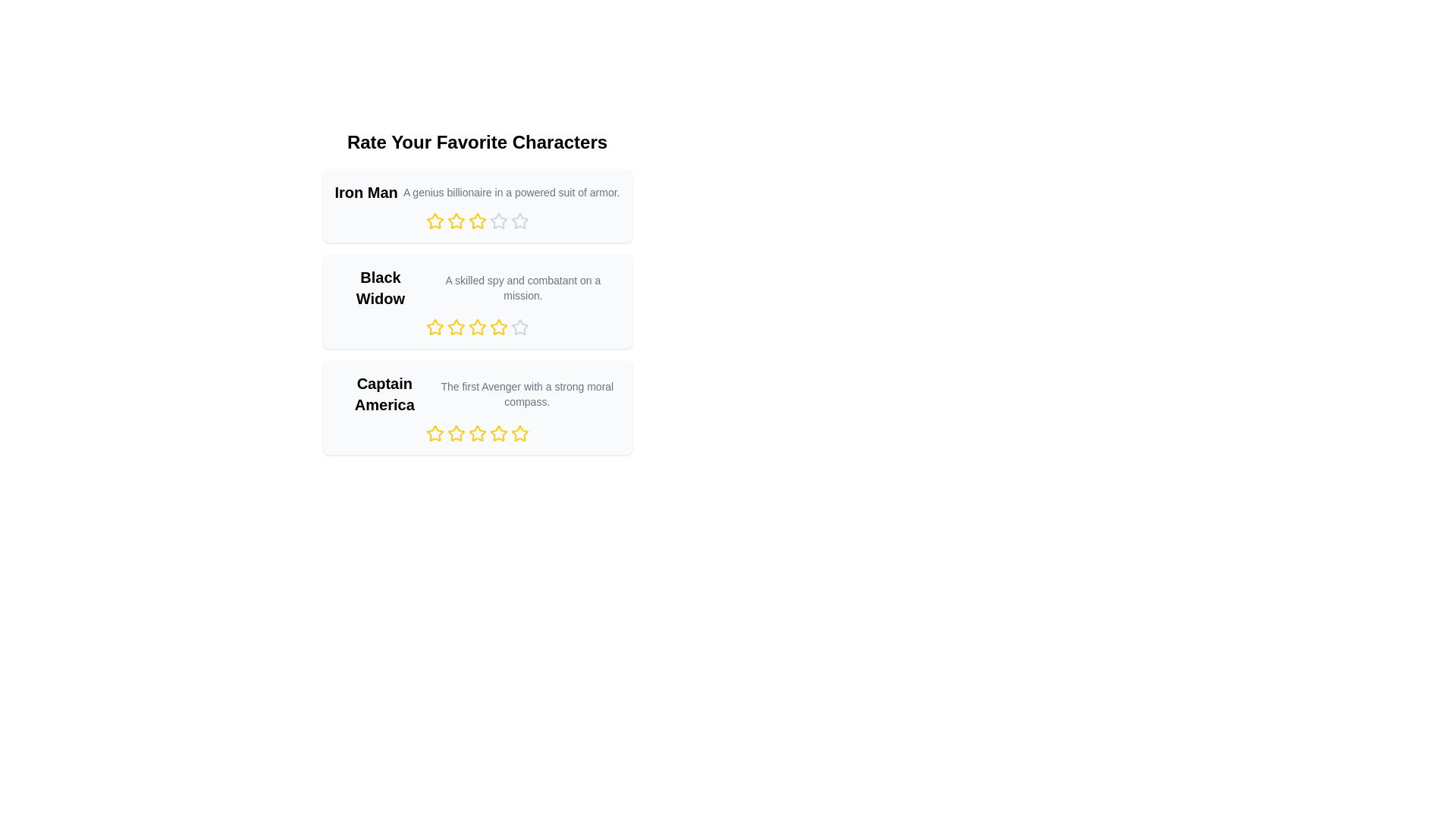 This screenshot has width=1456, height=819. I want to click on the textual label providing descriptive information about the character 'Iron Man', positioned below the text 'Iron Man', so click(511, 192).